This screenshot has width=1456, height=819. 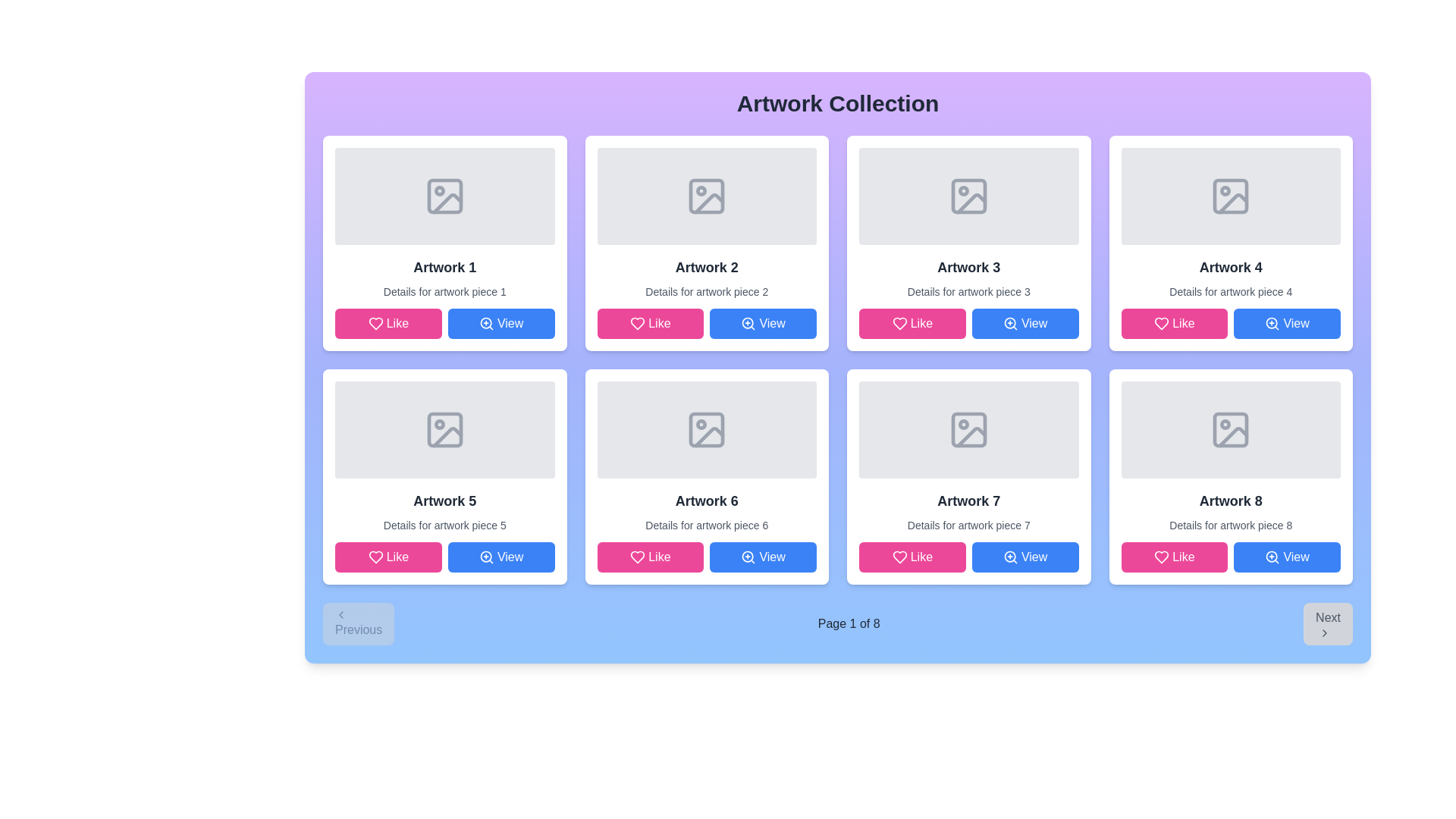 What do you see at coordinates (1173, 557) in the screenshot?
I see `the 'Like' button located at the bottom-left corner of the card for Artwork 8 to indicate a 'Like' action for the artwork` at bounding box center [1173, 557].